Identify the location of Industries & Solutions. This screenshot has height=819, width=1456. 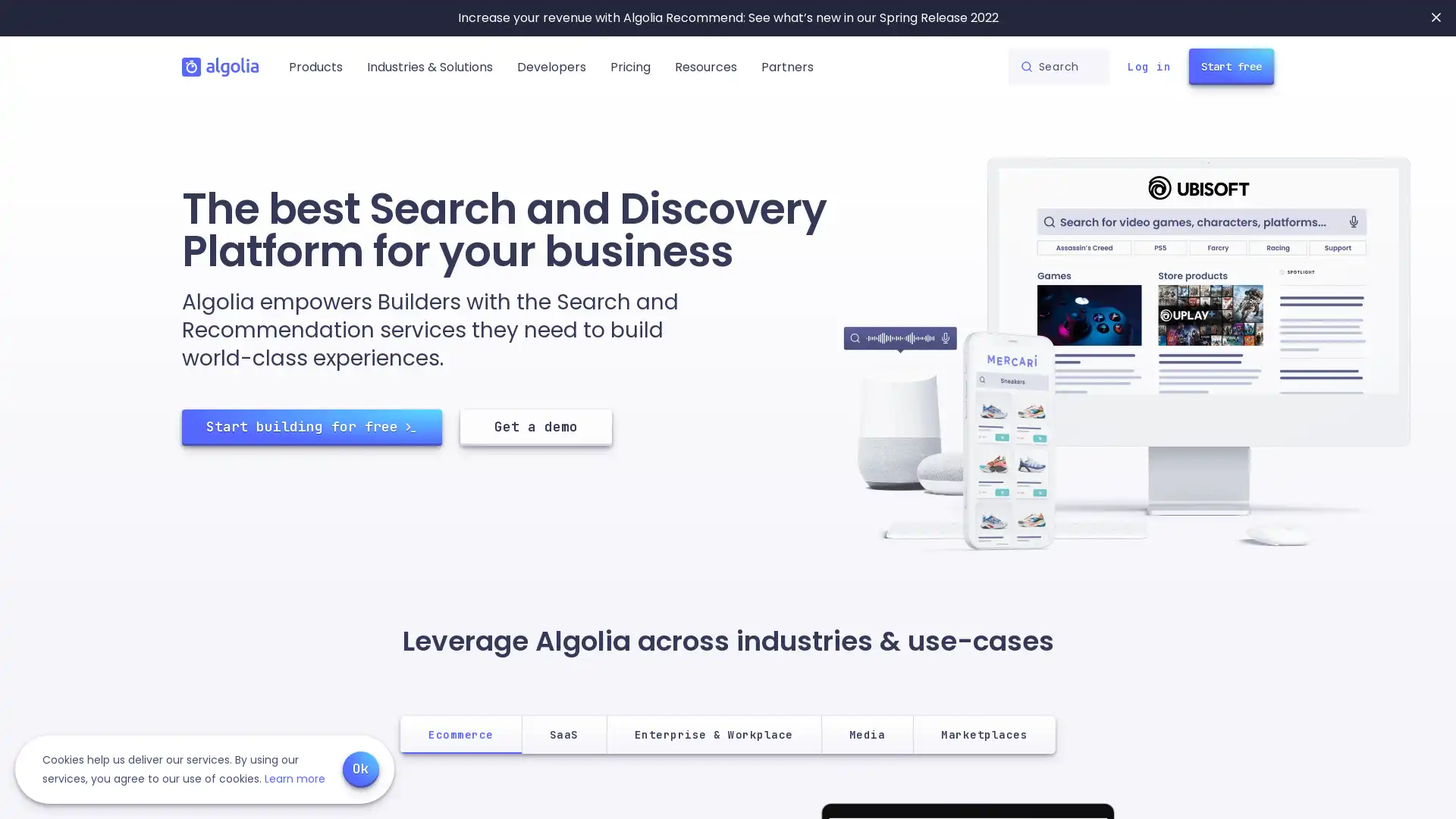
(435, 66).